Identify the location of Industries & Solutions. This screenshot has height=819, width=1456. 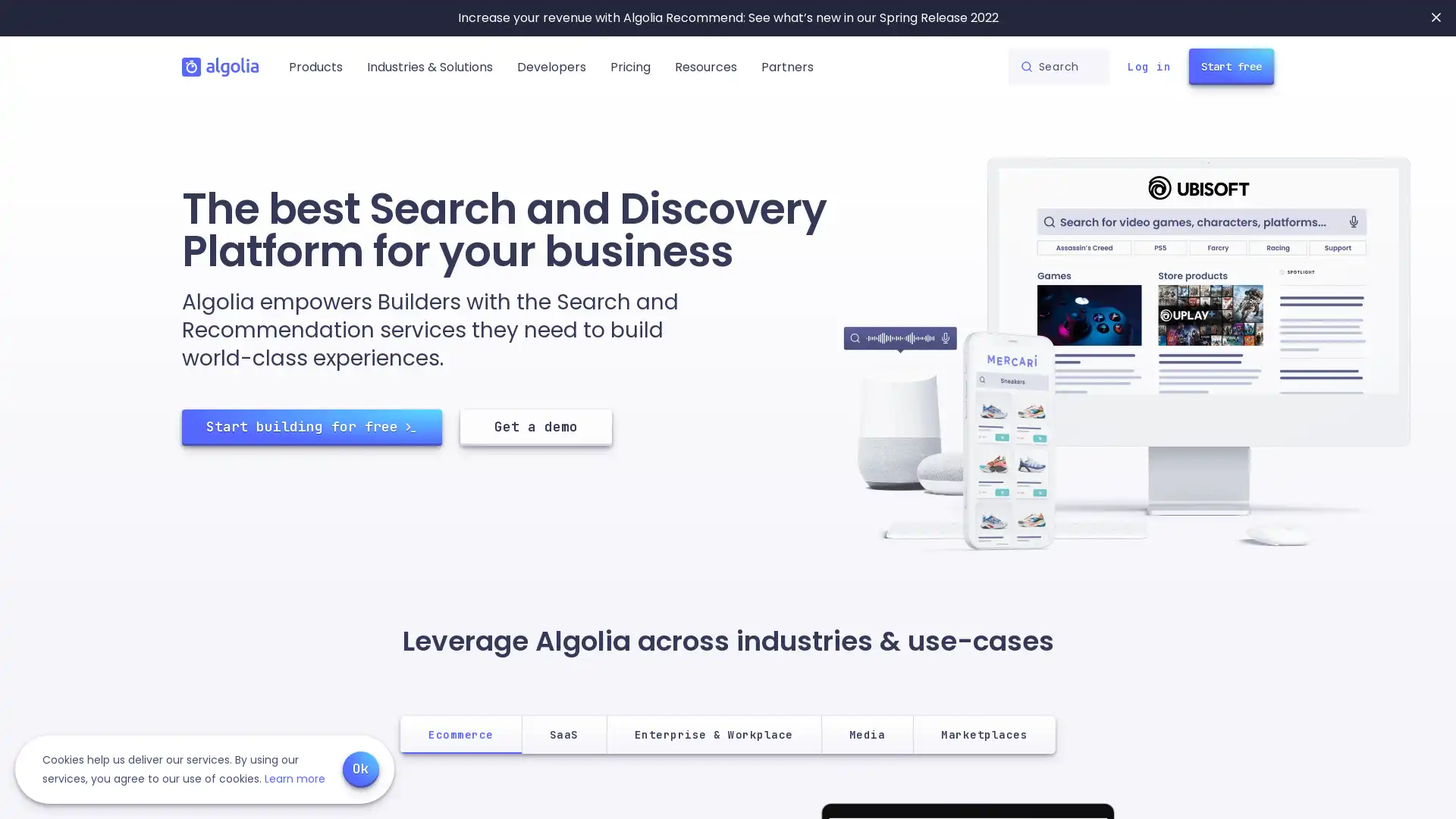
(435, 66).